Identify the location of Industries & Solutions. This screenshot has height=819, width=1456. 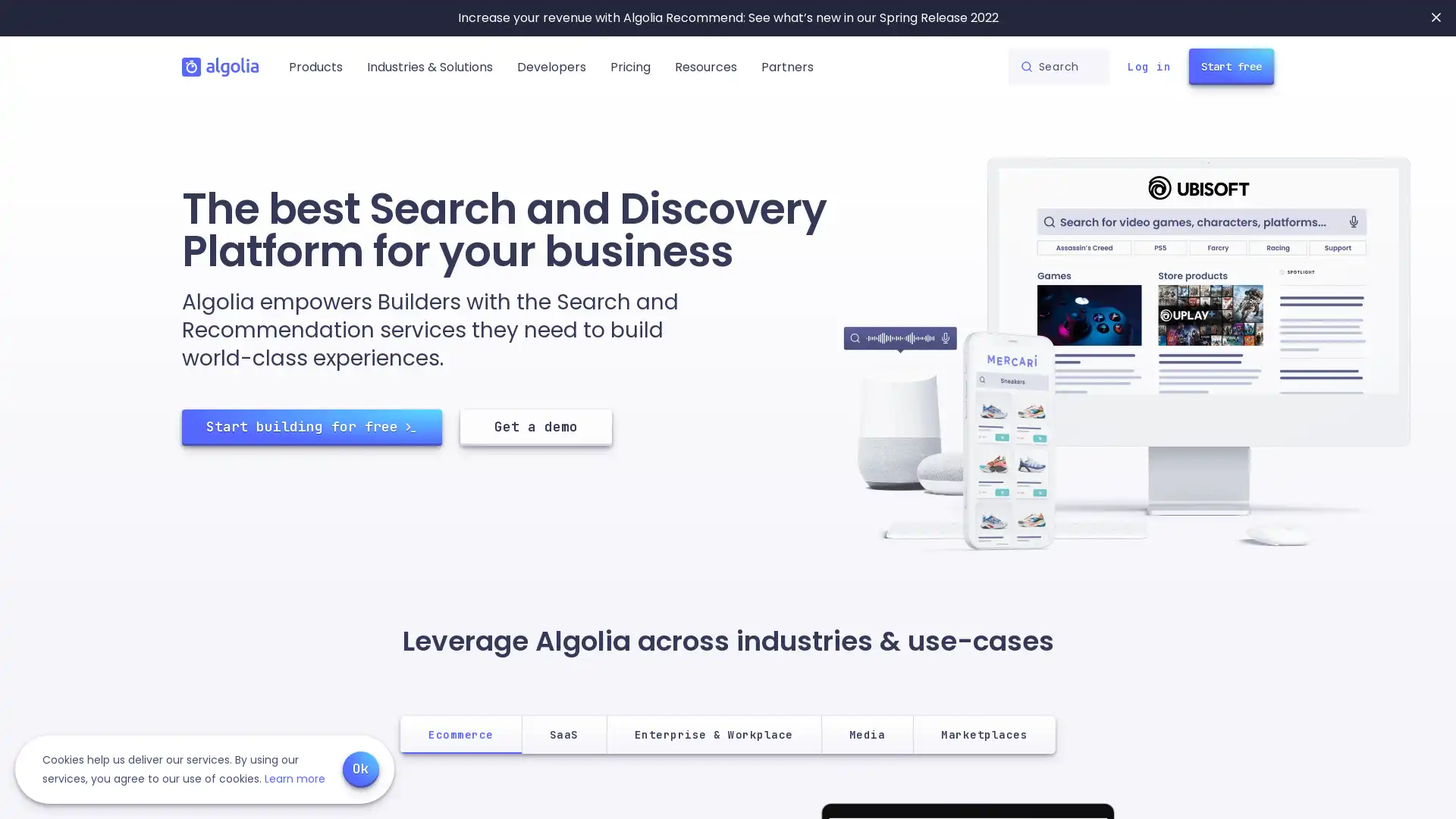
(435, 66).